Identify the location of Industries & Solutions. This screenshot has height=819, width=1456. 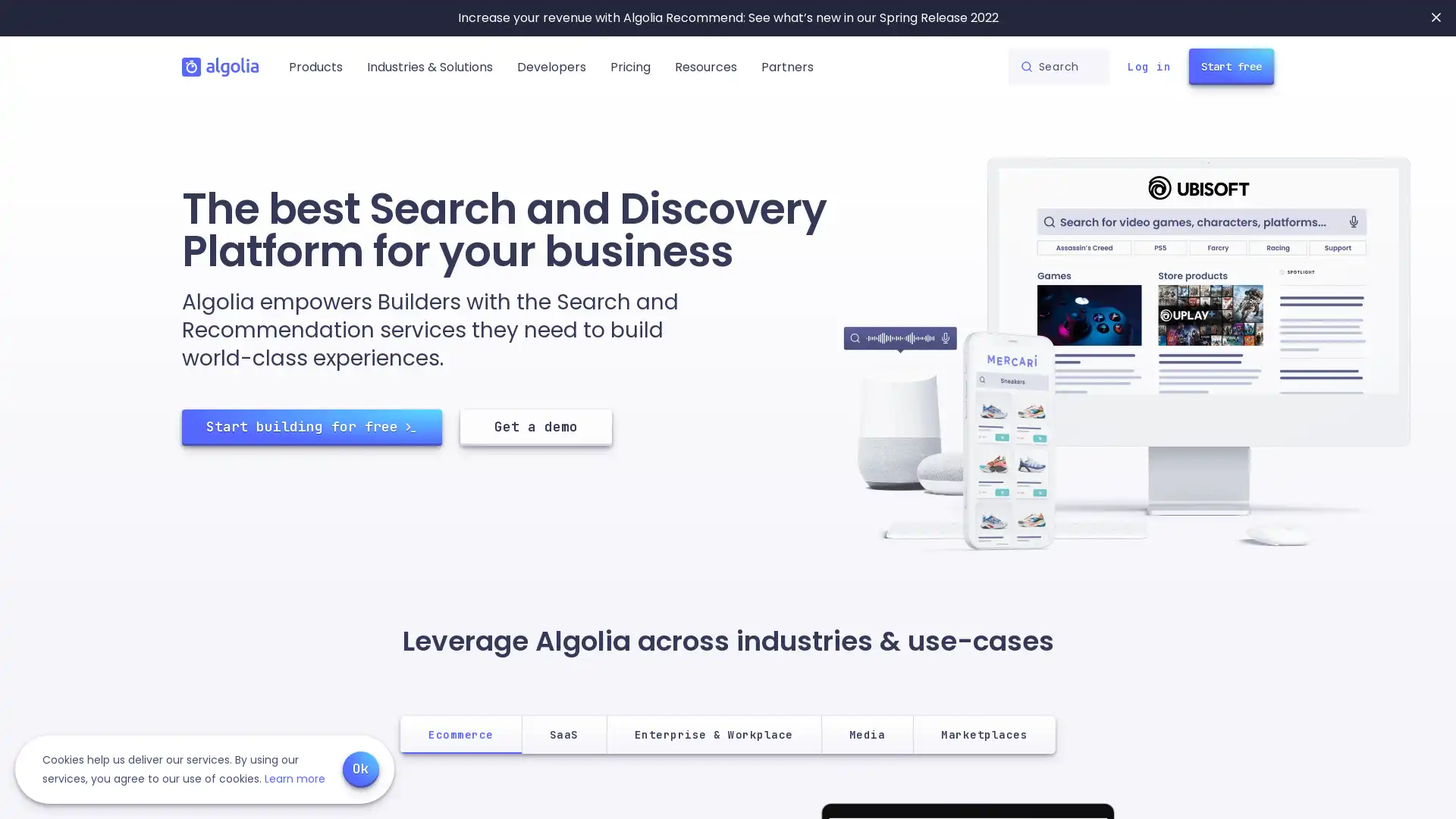
(435, 66).